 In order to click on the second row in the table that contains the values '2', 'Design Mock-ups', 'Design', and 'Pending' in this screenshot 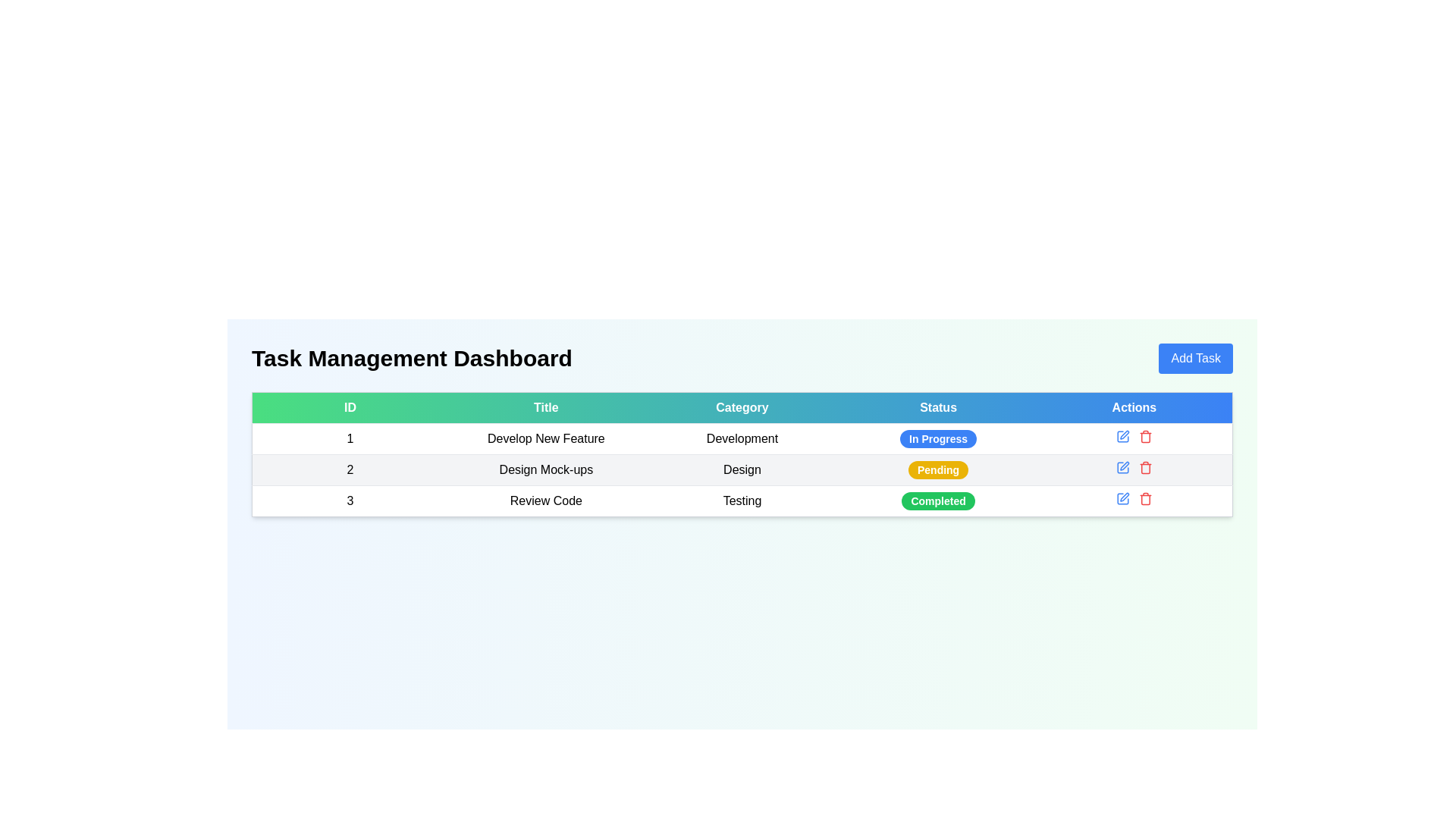, I will do `click(742, 469)`.